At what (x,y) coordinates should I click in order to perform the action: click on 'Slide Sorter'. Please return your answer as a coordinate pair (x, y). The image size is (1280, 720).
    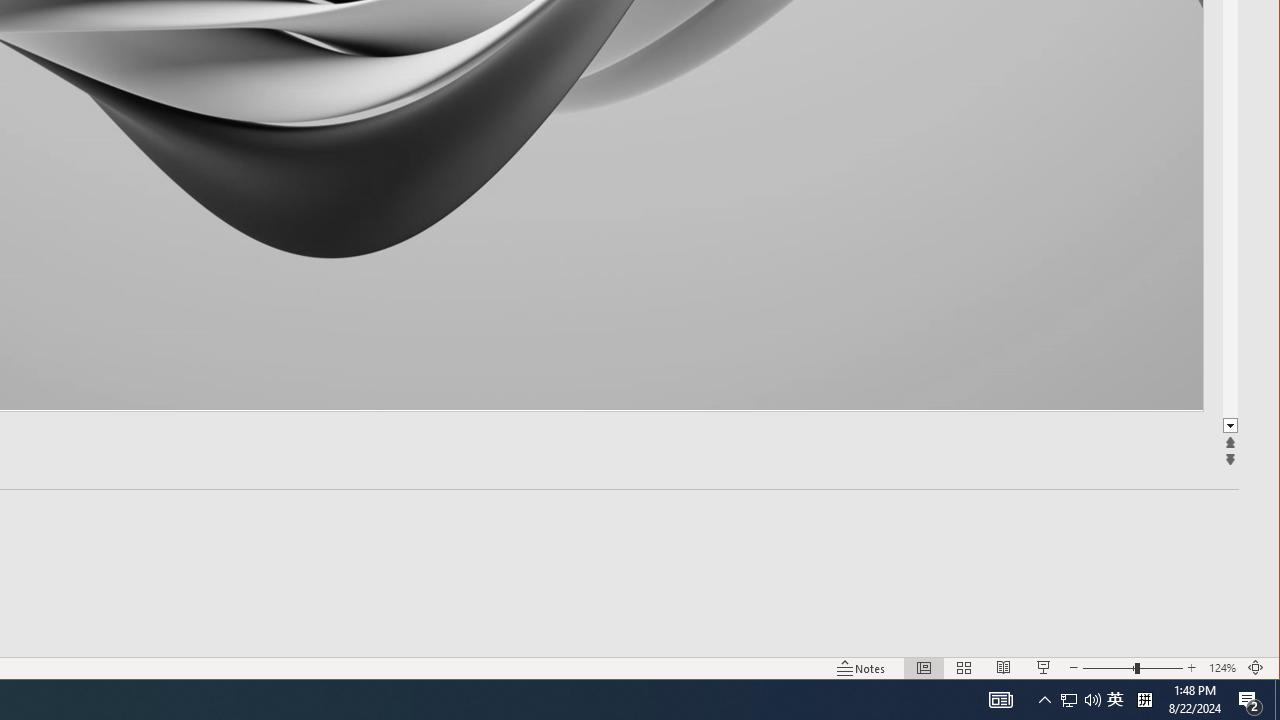
    Looking at the image, I should click on (964, 668).